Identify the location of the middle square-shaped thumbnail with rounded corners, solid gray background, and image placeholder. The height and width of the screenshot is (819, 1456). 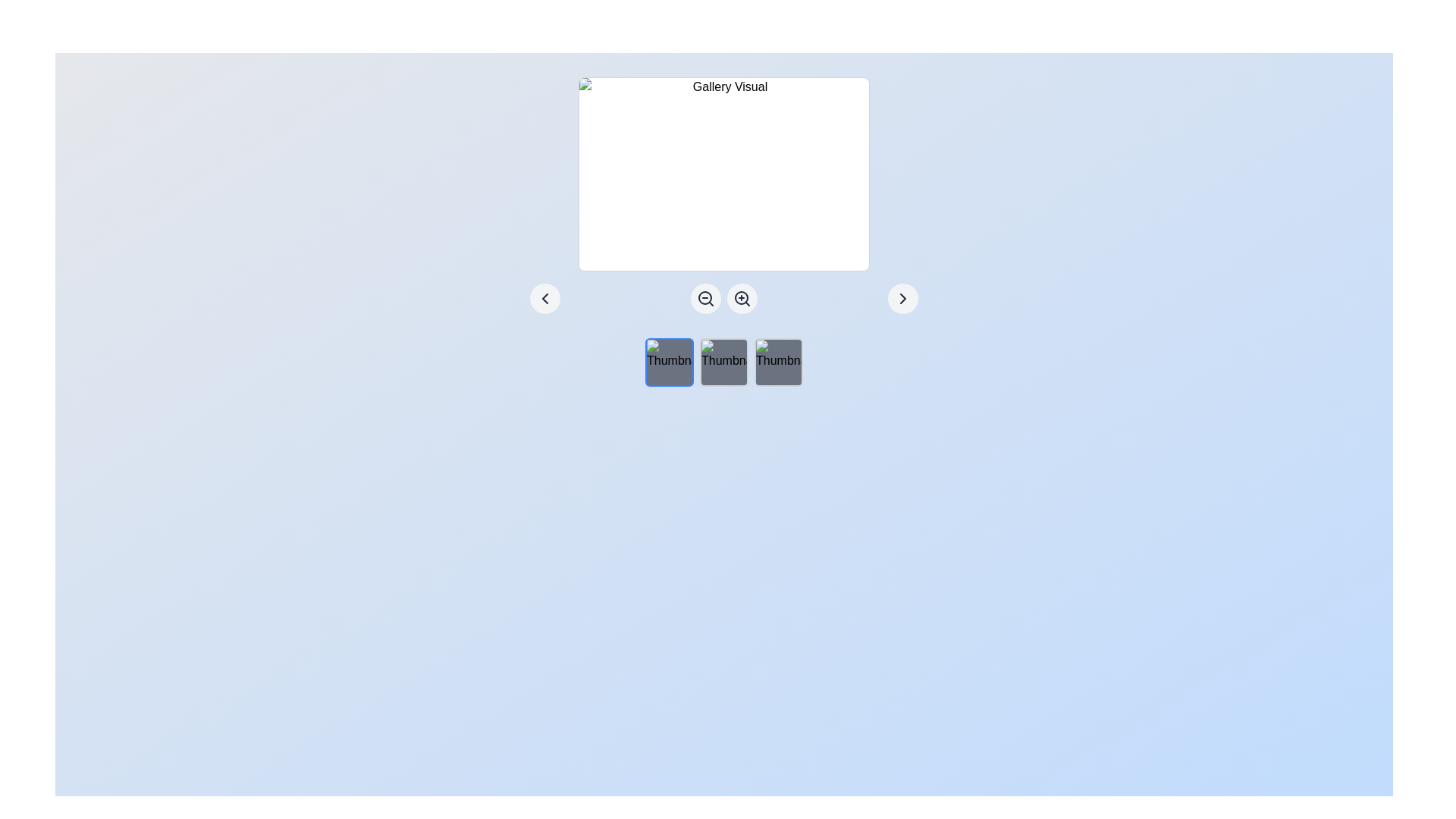
(723, 362).